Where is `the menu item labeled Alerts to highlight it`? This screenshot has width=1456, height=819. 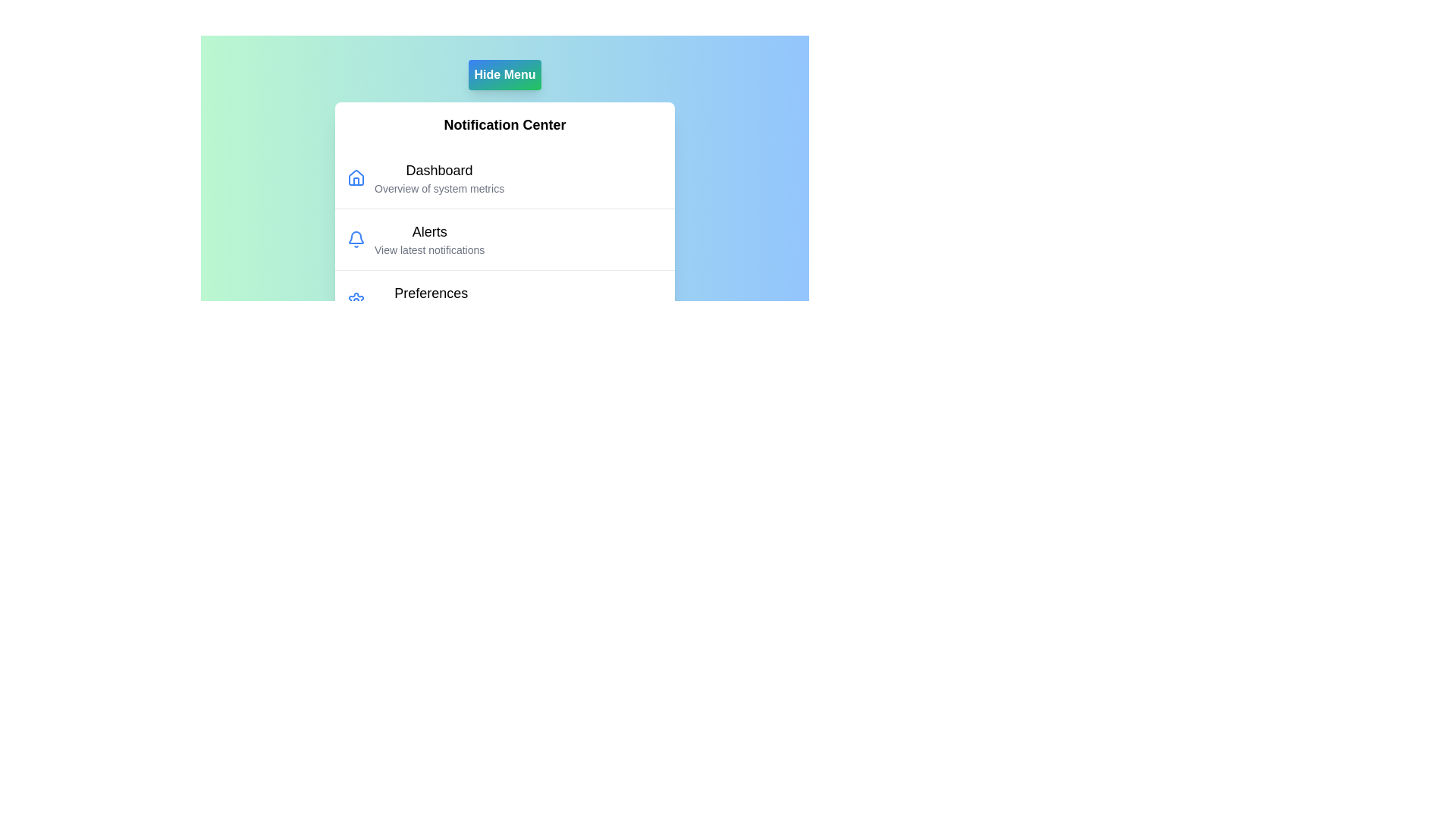 the menu item labeled Alerts to highlight it is located at coordinates (428, 239).